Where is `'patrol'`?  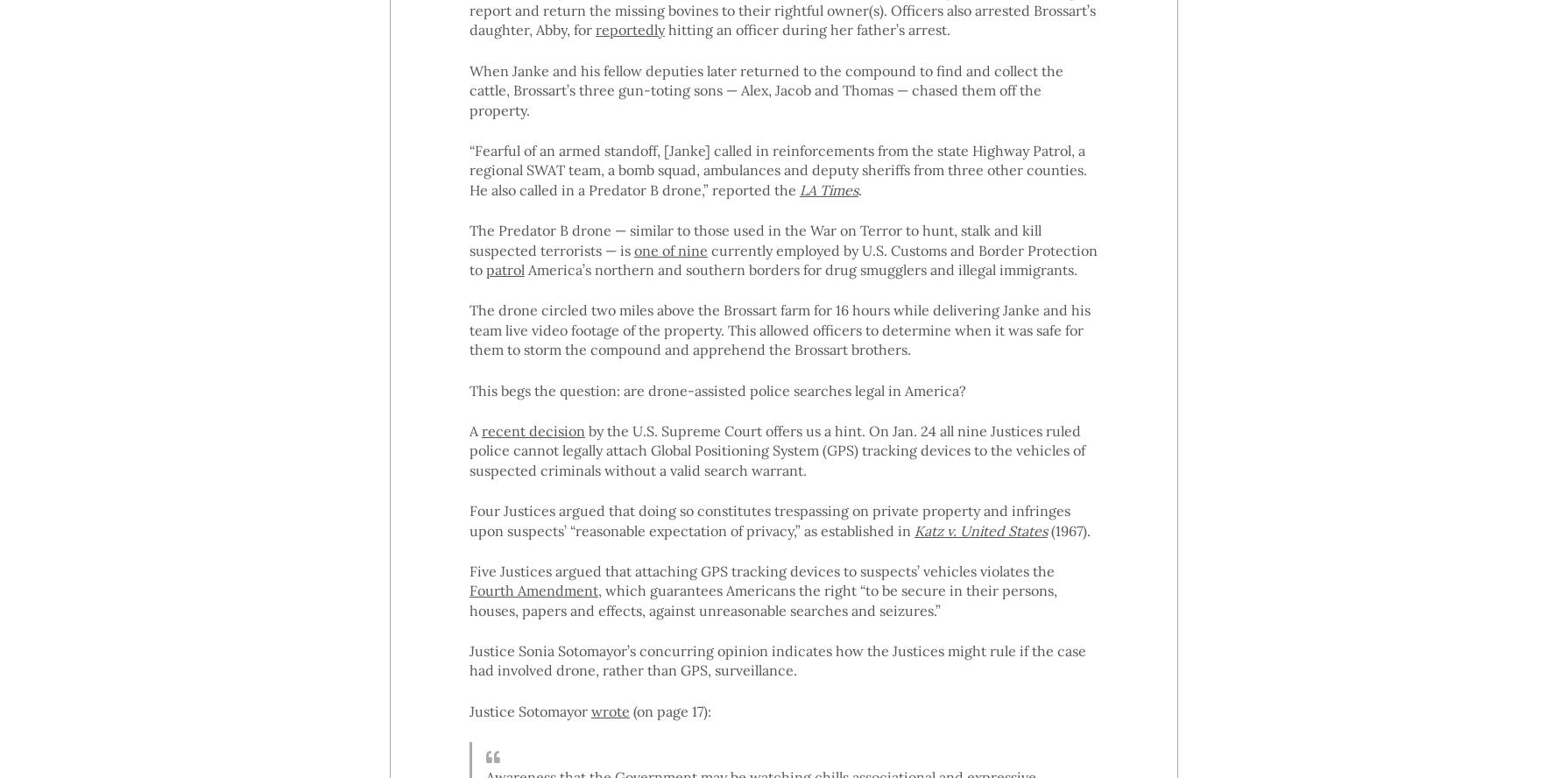 'patrol' is located at coordinates (504, 267).